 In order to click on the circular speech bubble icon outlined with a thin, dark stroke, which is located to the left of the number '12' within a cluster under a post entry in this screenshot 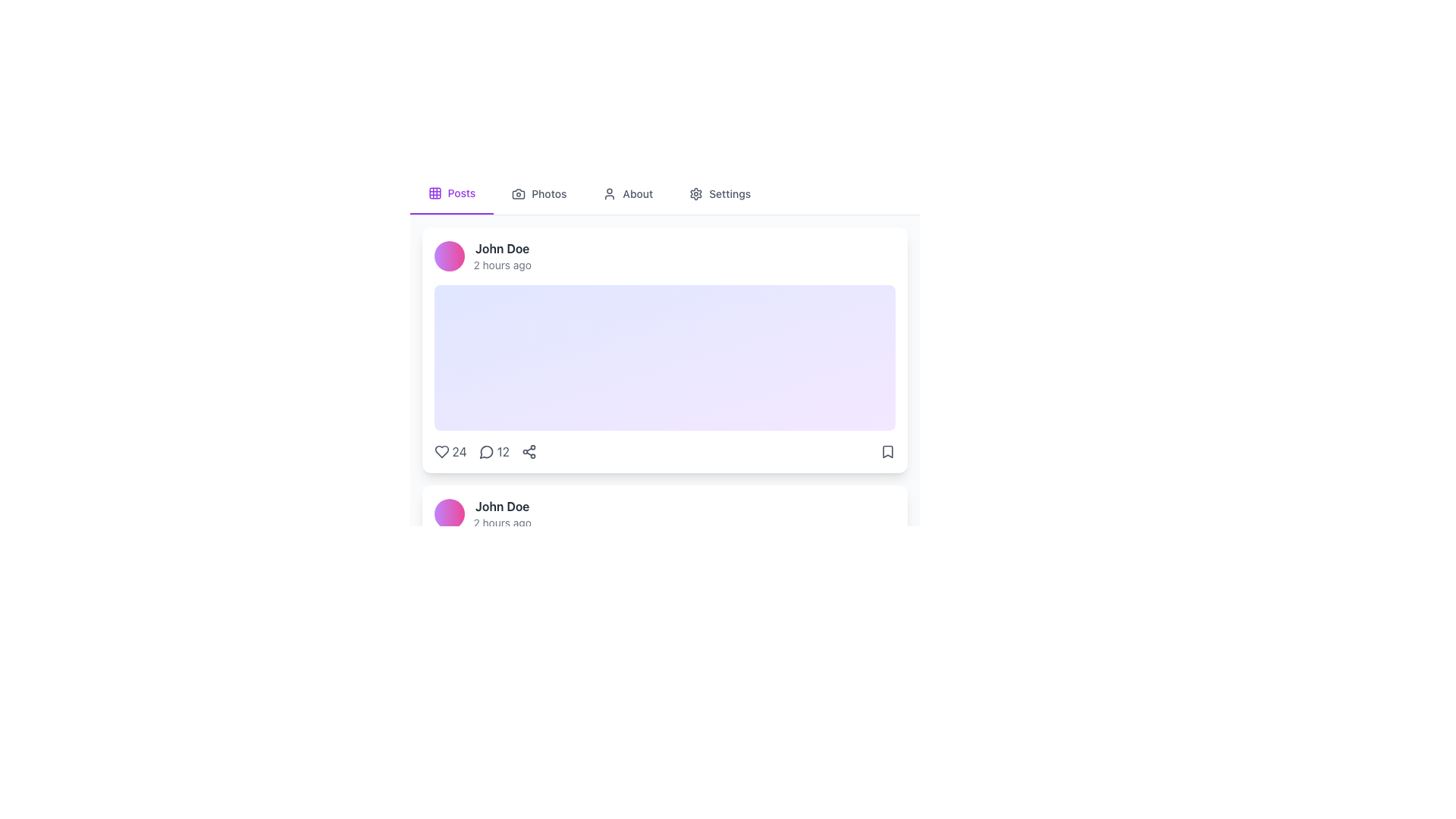, I will do `click(486, 451)`.